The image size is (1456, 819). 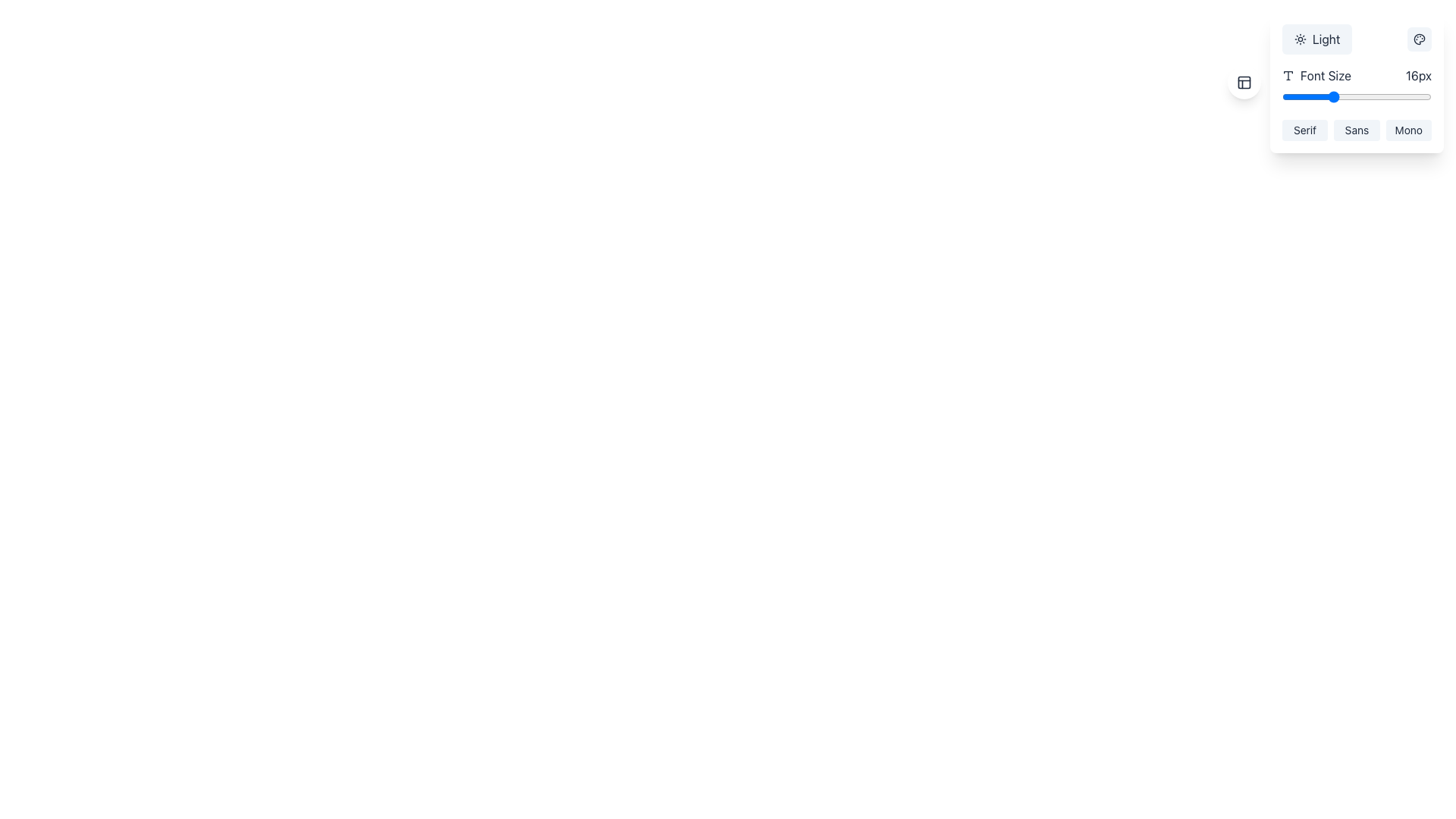 What do you see at coordinates (1394, 96) in the screenshot?
I see `the font size` at bounding box center [1394, 96].